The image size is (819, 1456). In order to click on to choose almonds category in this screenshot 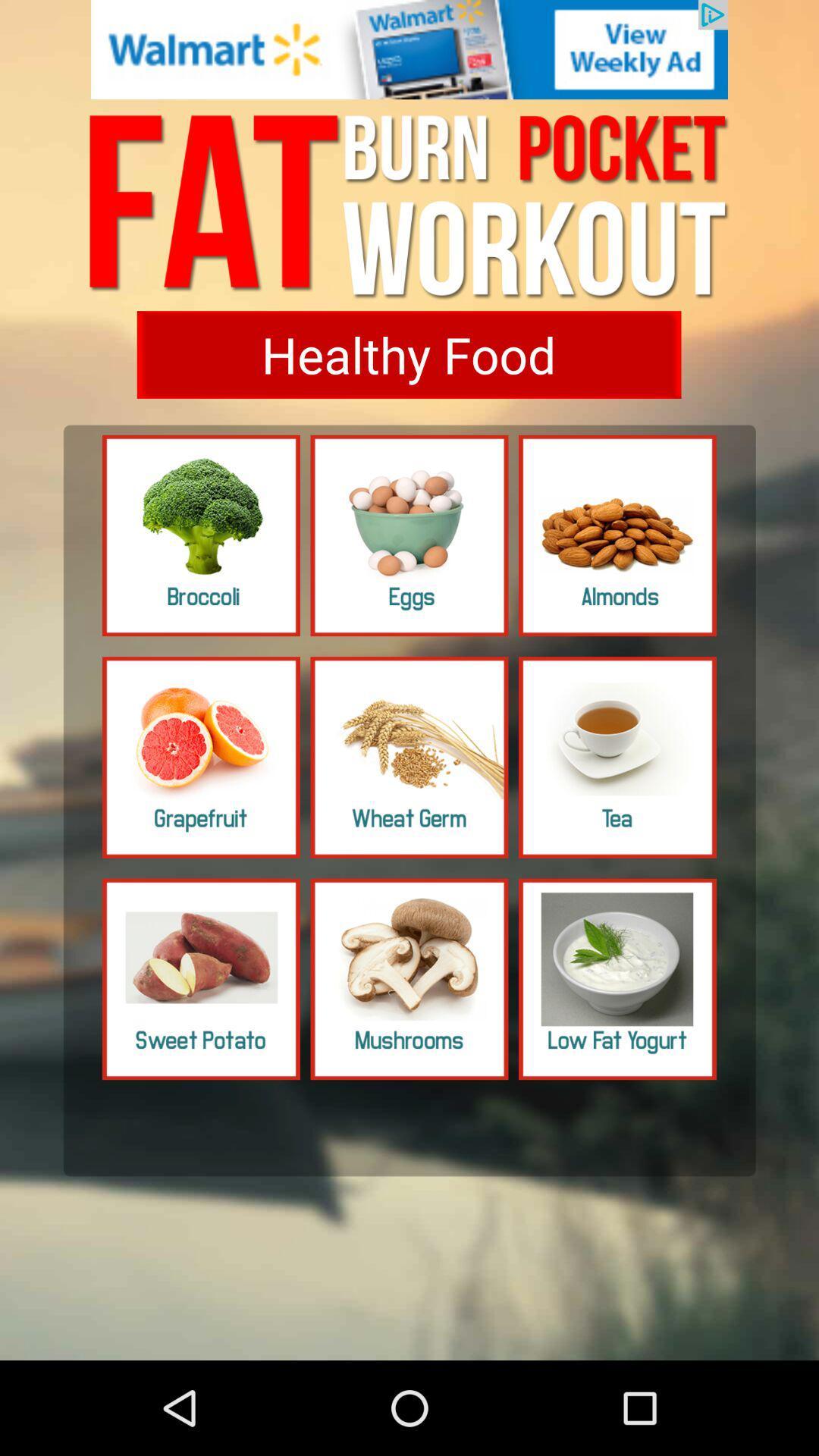, I will do `click(617, 535)`.